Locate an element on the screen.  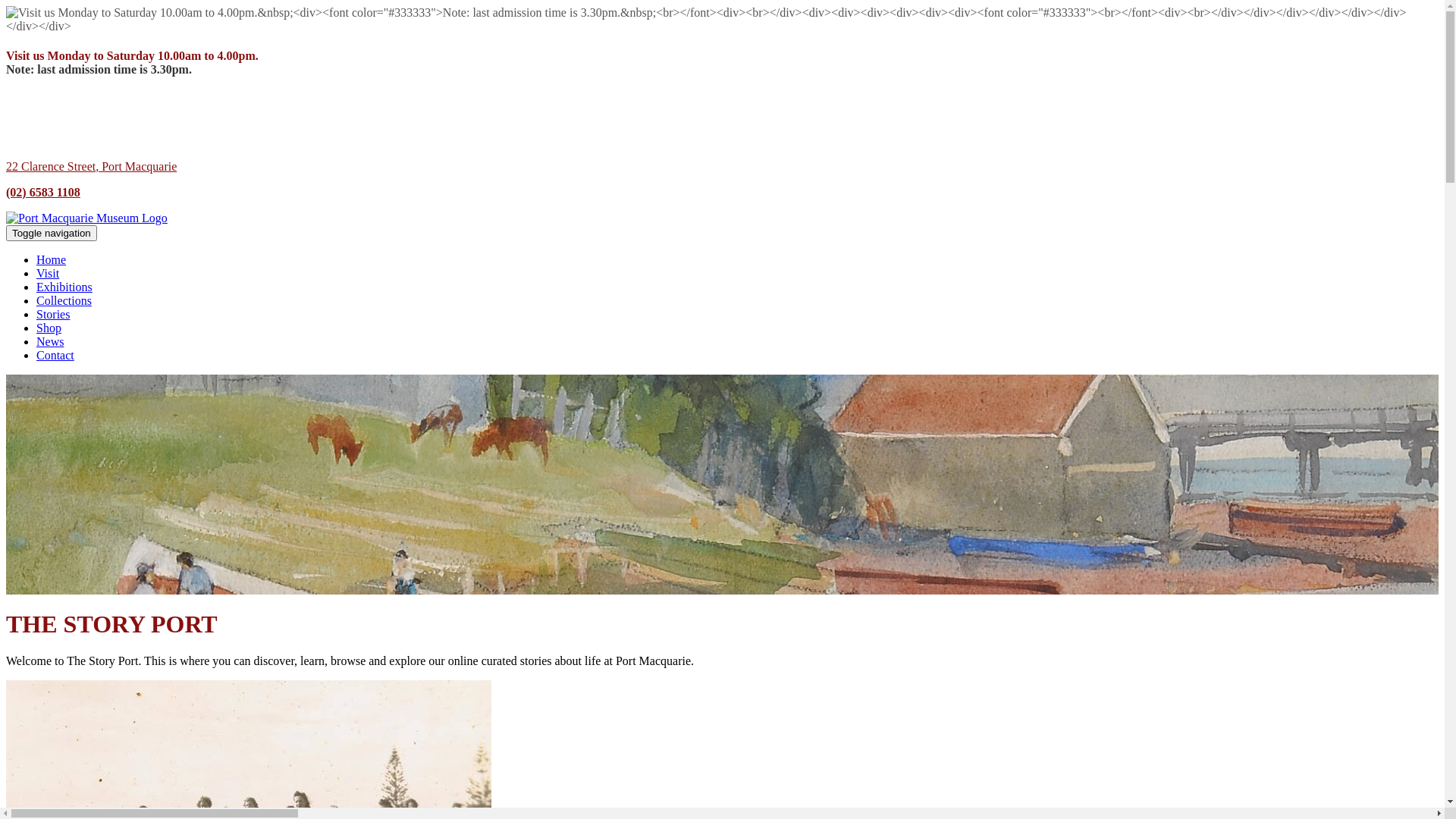
'22 Clarence Street, Port Macquarie' is located at coordinates (6, 166).